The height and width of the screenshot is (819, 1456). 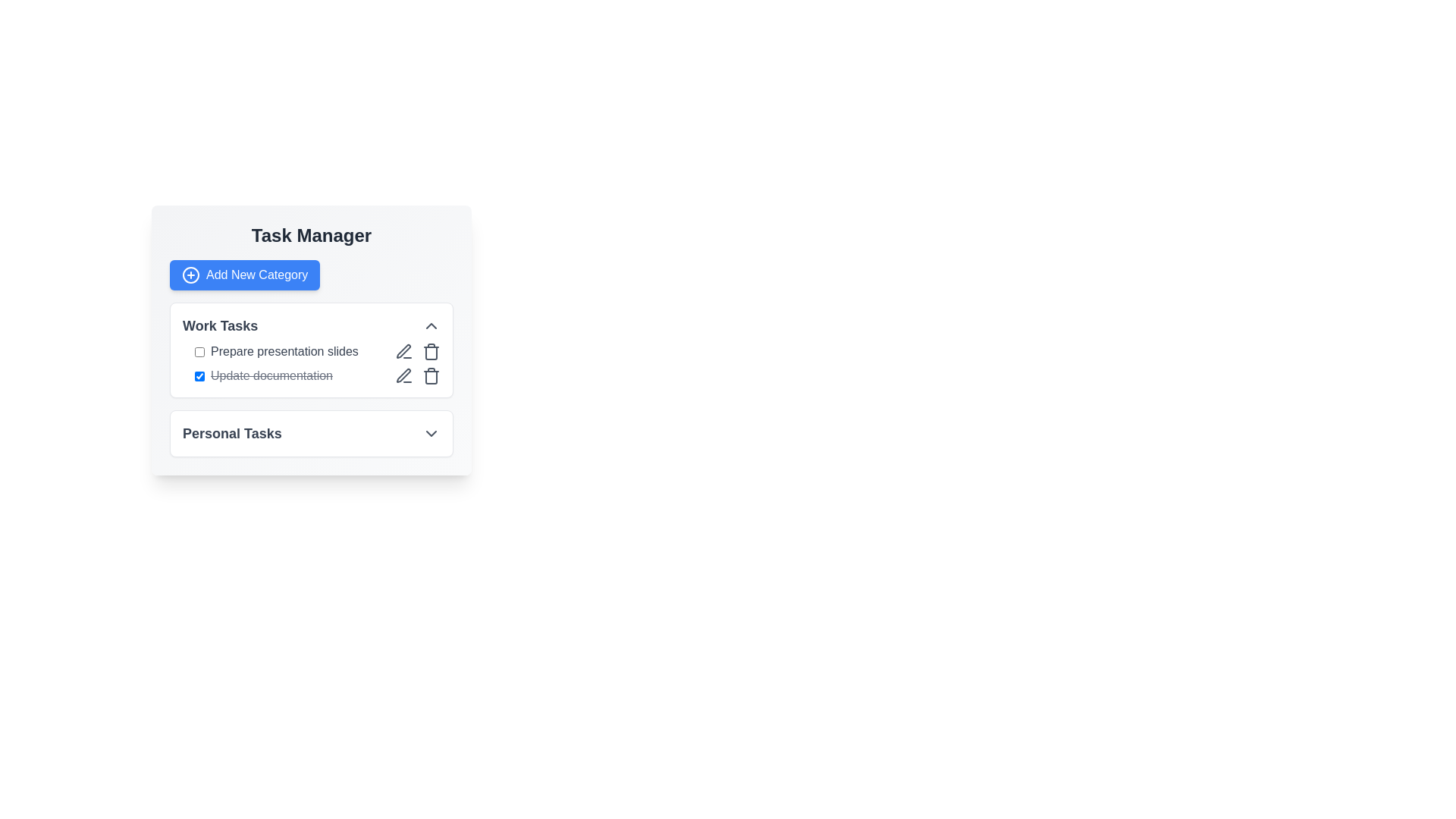 I want to click on the pen icon button located in the 'Work Tasks' section, which is styled with a simple outline design and changes color to blue on hover, so click(x=403, y=351).